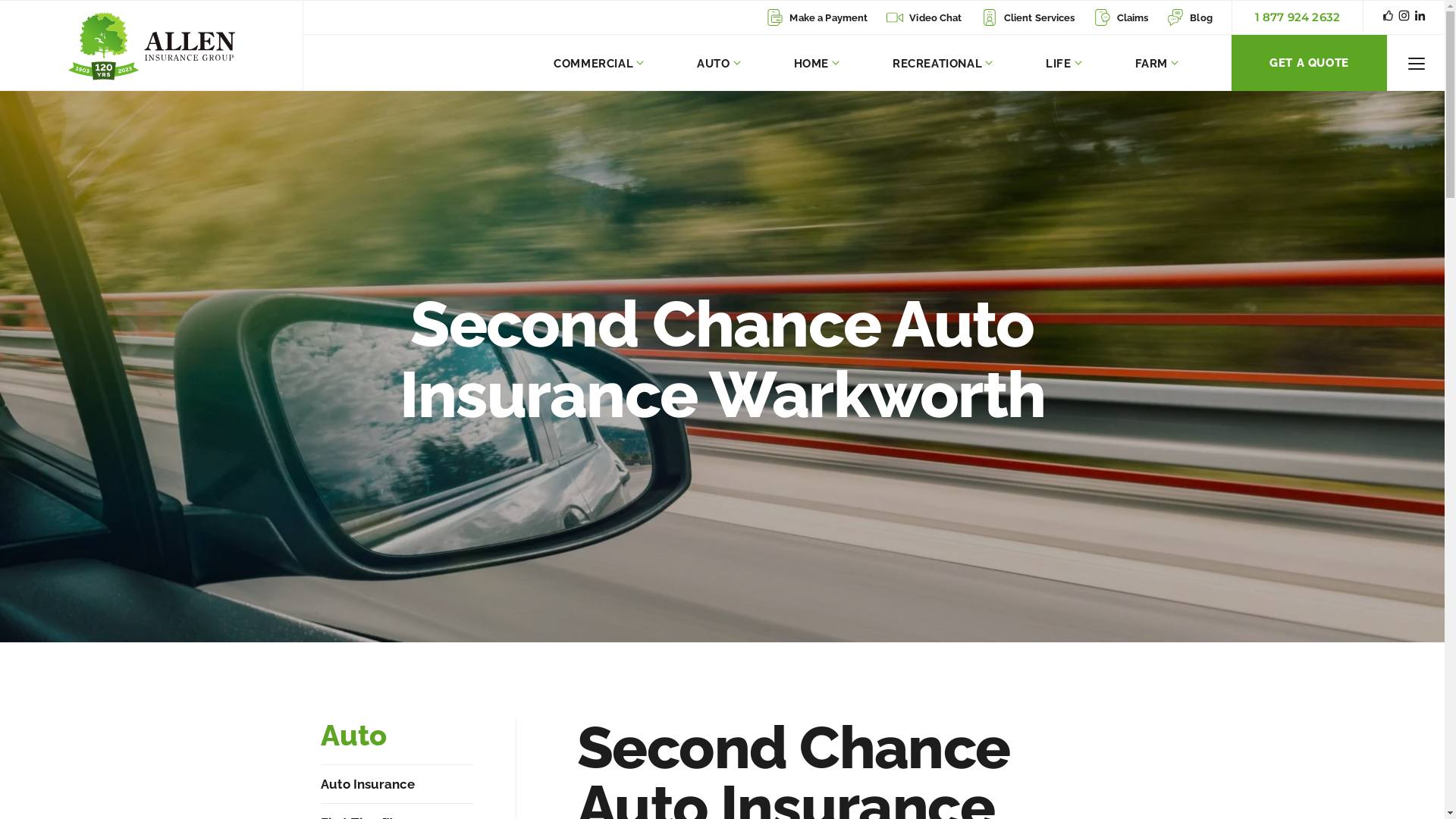 The width and height of the screenshot is (1456, 819). I want to click on '1 877 924 2632', so click(1255, 17).